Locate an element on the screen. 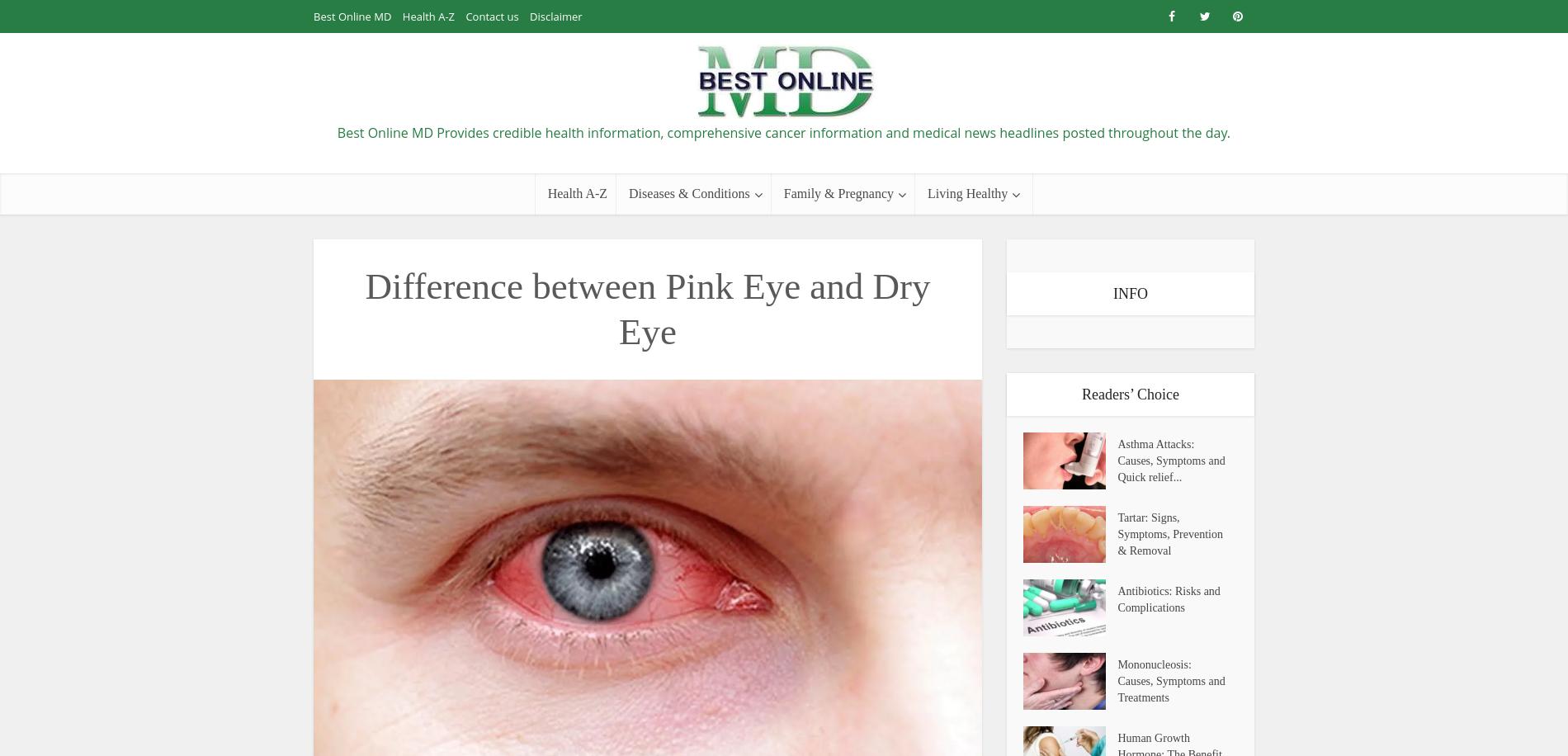 Image resolution: width=1568 pixels, height=756 pixels. 'Asthma Attacks: Causes, Symptoms and Quick relief...' is located at coordinates (1169, 460).